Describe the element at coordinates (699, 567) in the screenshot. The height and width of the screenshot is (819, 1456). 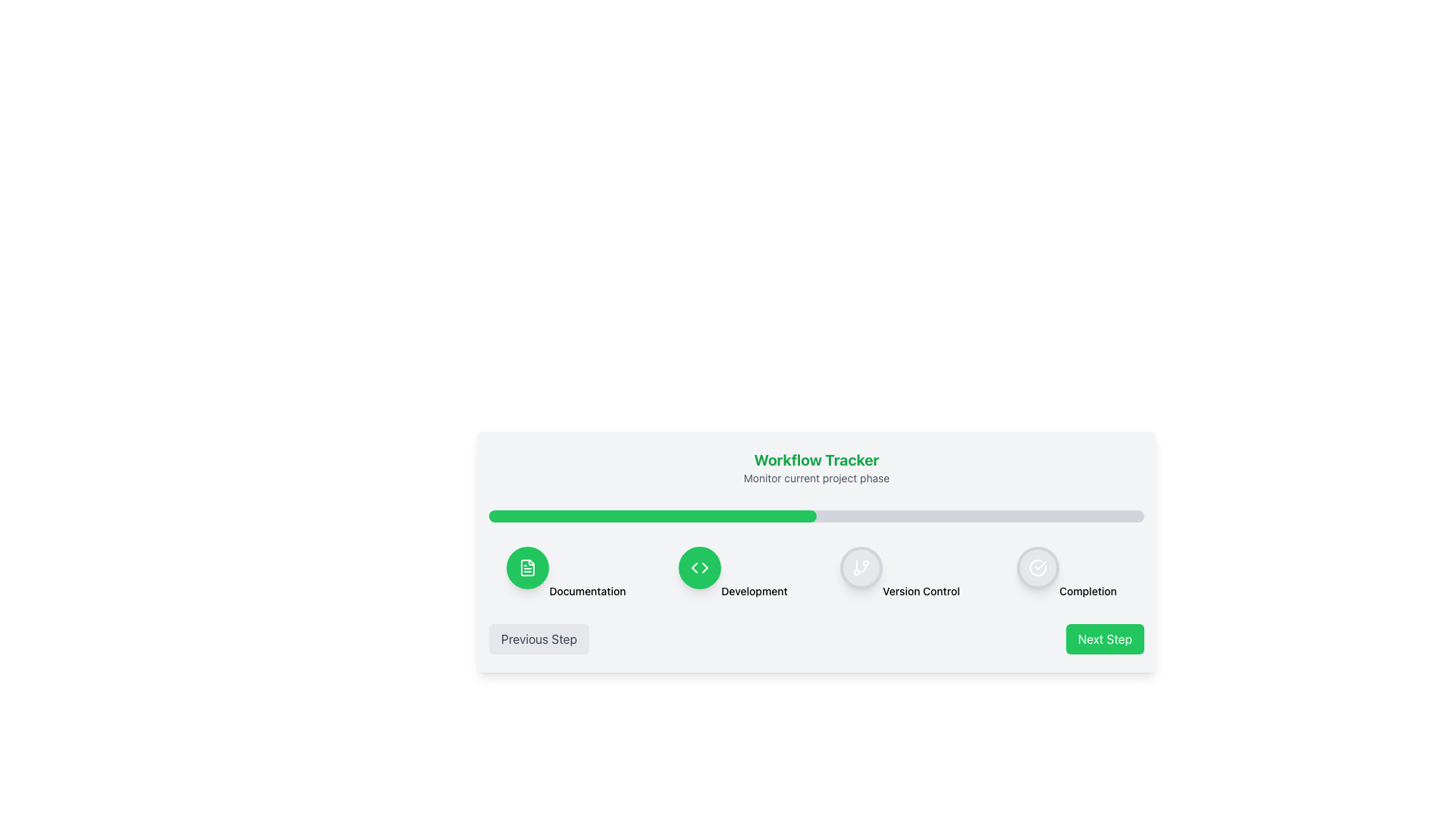
I see `the state of the circular green button with a white double-arrow coding icon, located in the center of the 'Development' component, between 'Documentation' and 'Version Control'` at that location.